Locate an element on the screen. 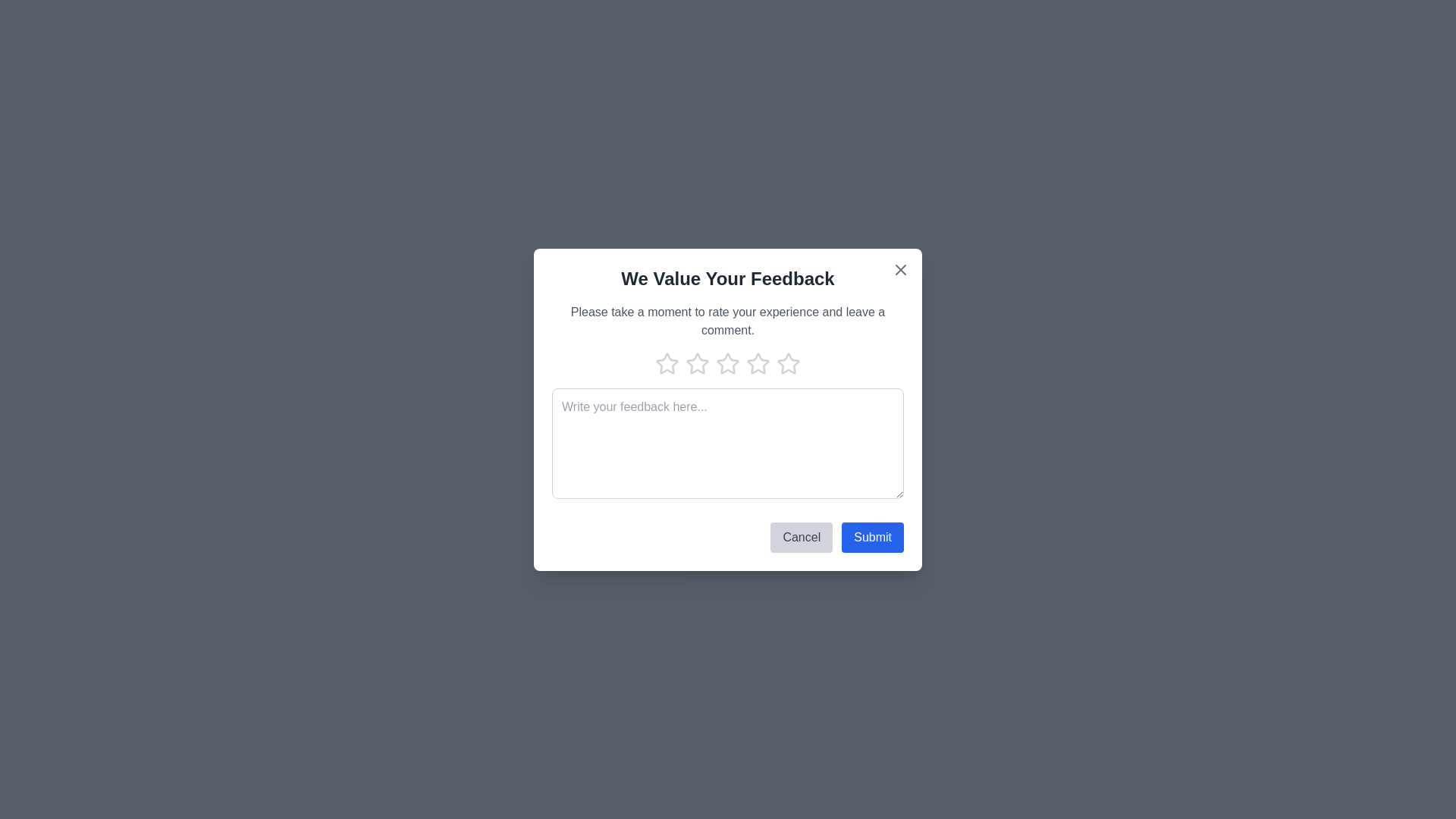  the 'X' icon button located in the top-right corner of the modal window titled 'We Value Your Feedback' is located at coordinates (901, 268).